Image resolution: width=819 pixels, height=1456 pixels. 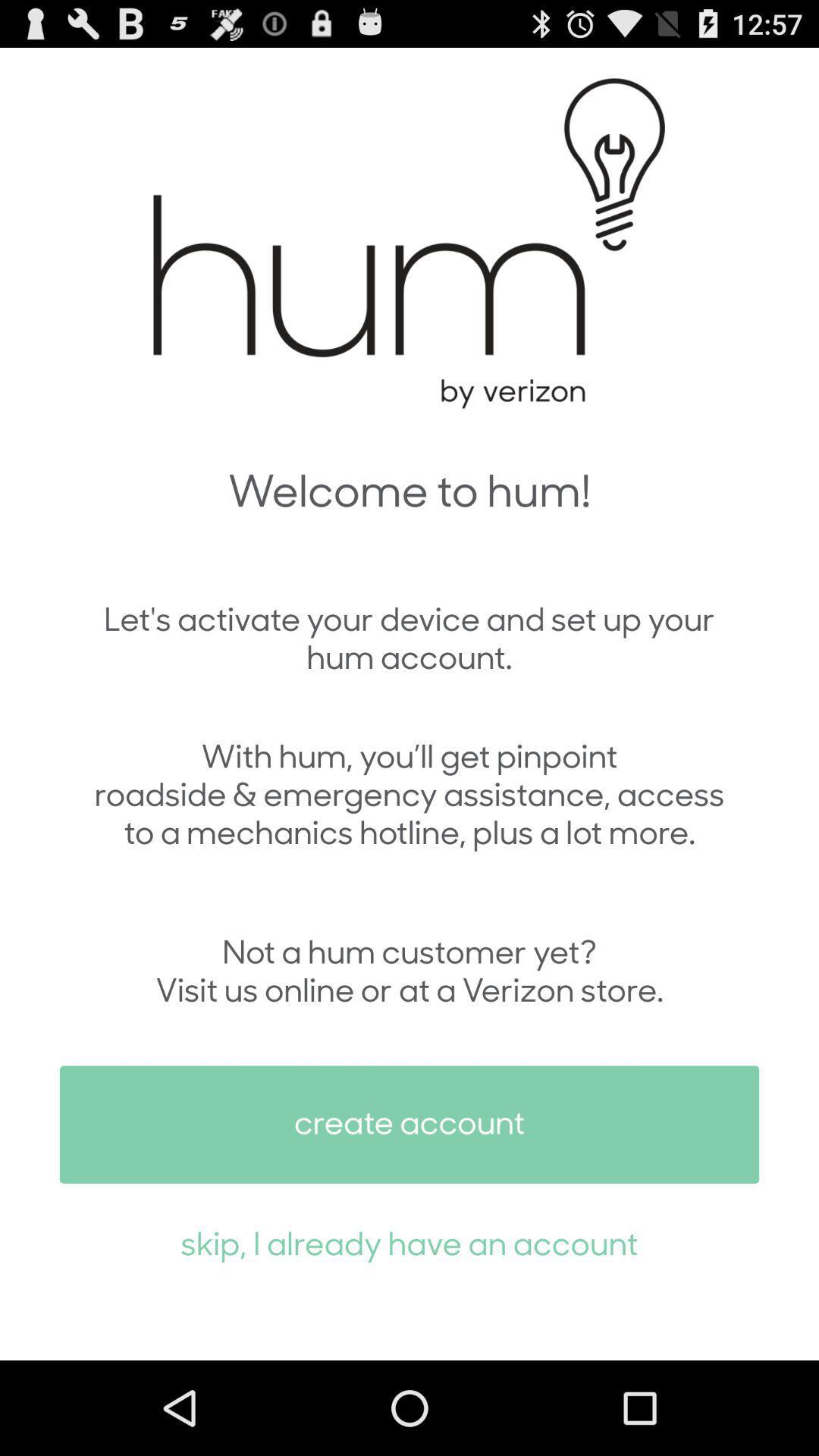 I want to click on create account icon, so click(x=409, y=1125).